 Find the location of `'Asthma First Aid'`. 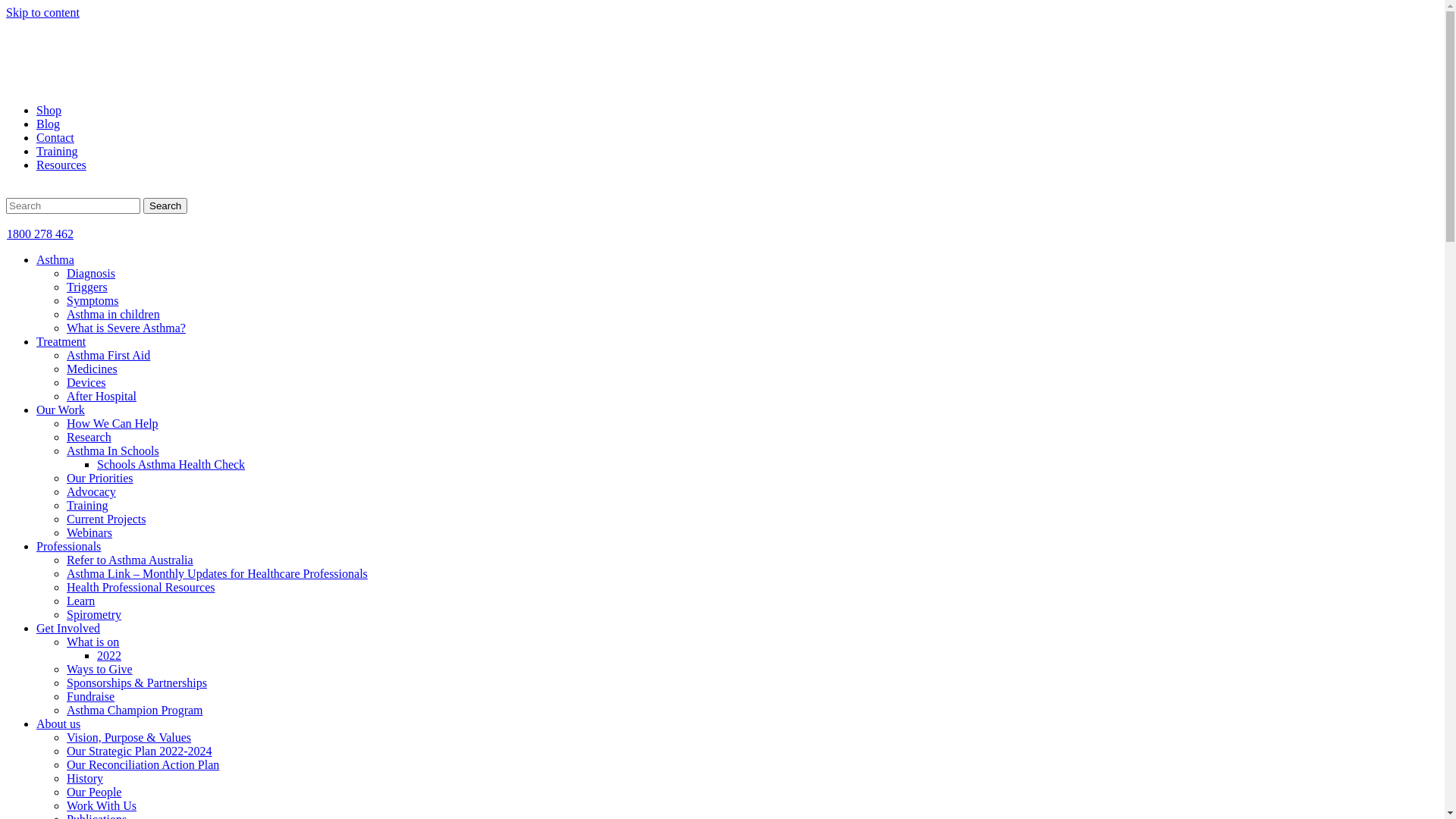

'Asthma First Aid' is located at coordinates (108, 355).